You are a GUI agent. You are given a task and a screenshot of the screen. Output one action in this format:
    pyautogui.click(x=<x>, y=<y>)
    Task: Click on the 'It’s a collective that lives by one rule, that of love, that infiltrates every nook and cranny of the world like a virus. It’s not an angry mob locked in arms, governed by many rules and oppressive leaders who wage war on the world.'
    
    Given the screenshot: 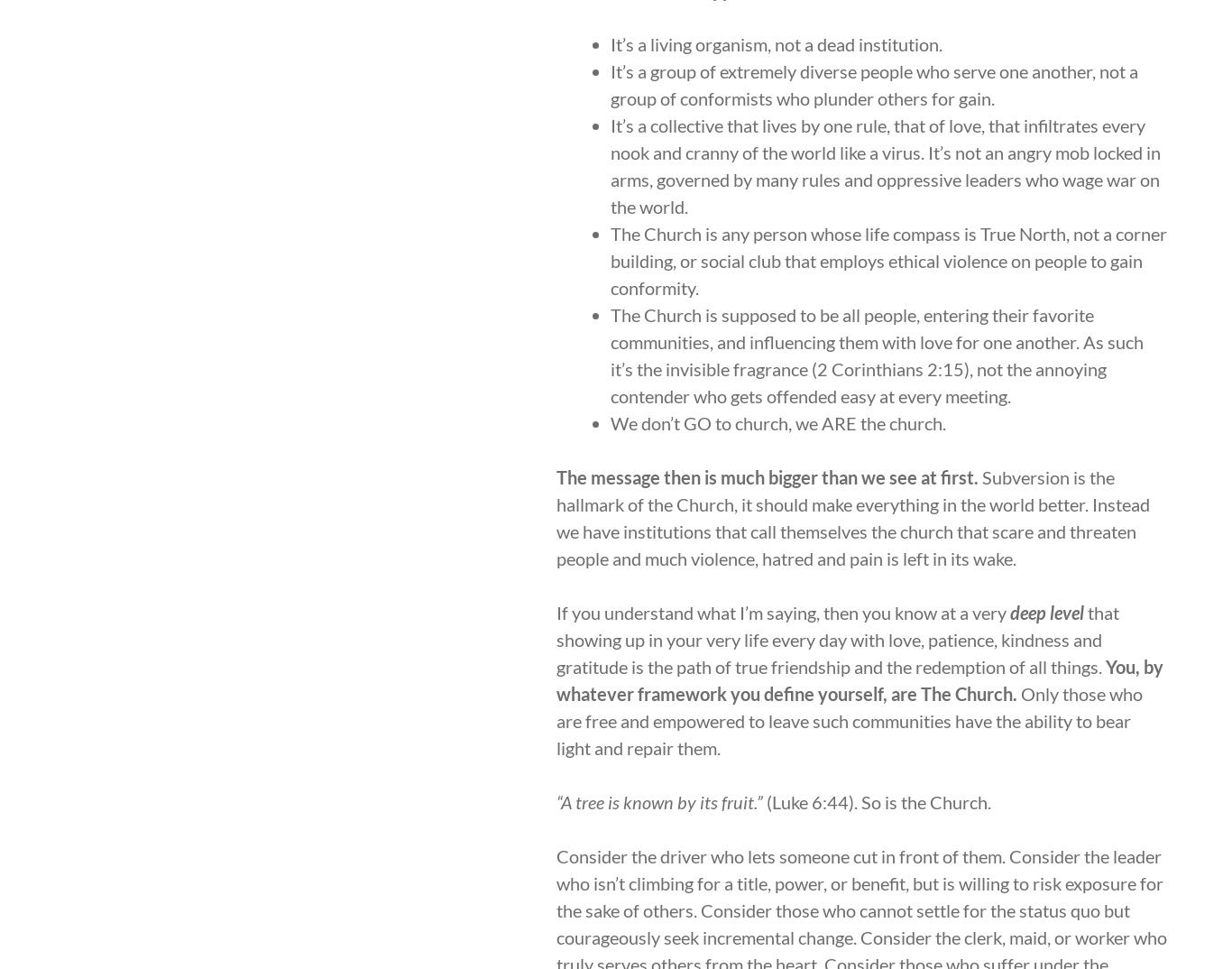 What is the action you would take?
    pyautogui.click(x=886, y=165)
    